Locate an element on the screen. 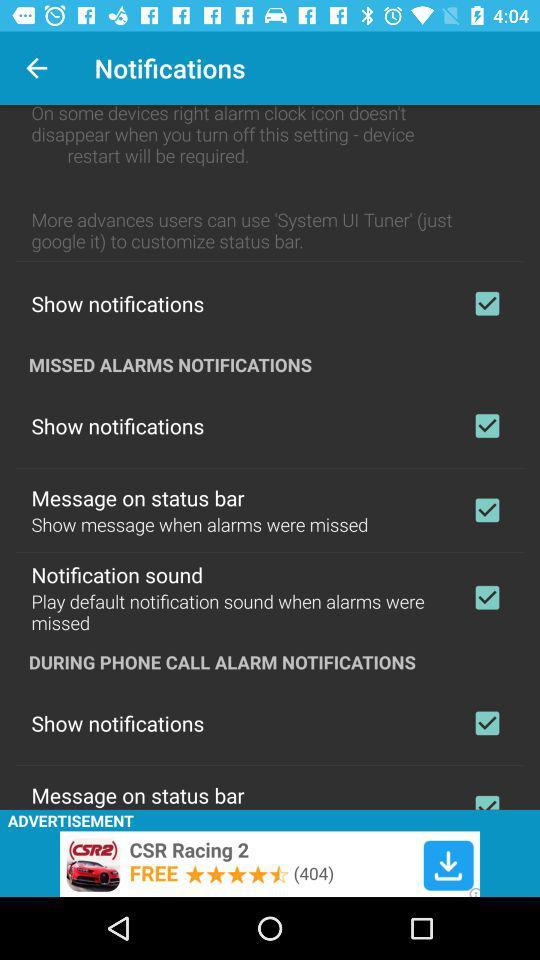  the button which is next to show notifications is located at coordinates (486, 425).